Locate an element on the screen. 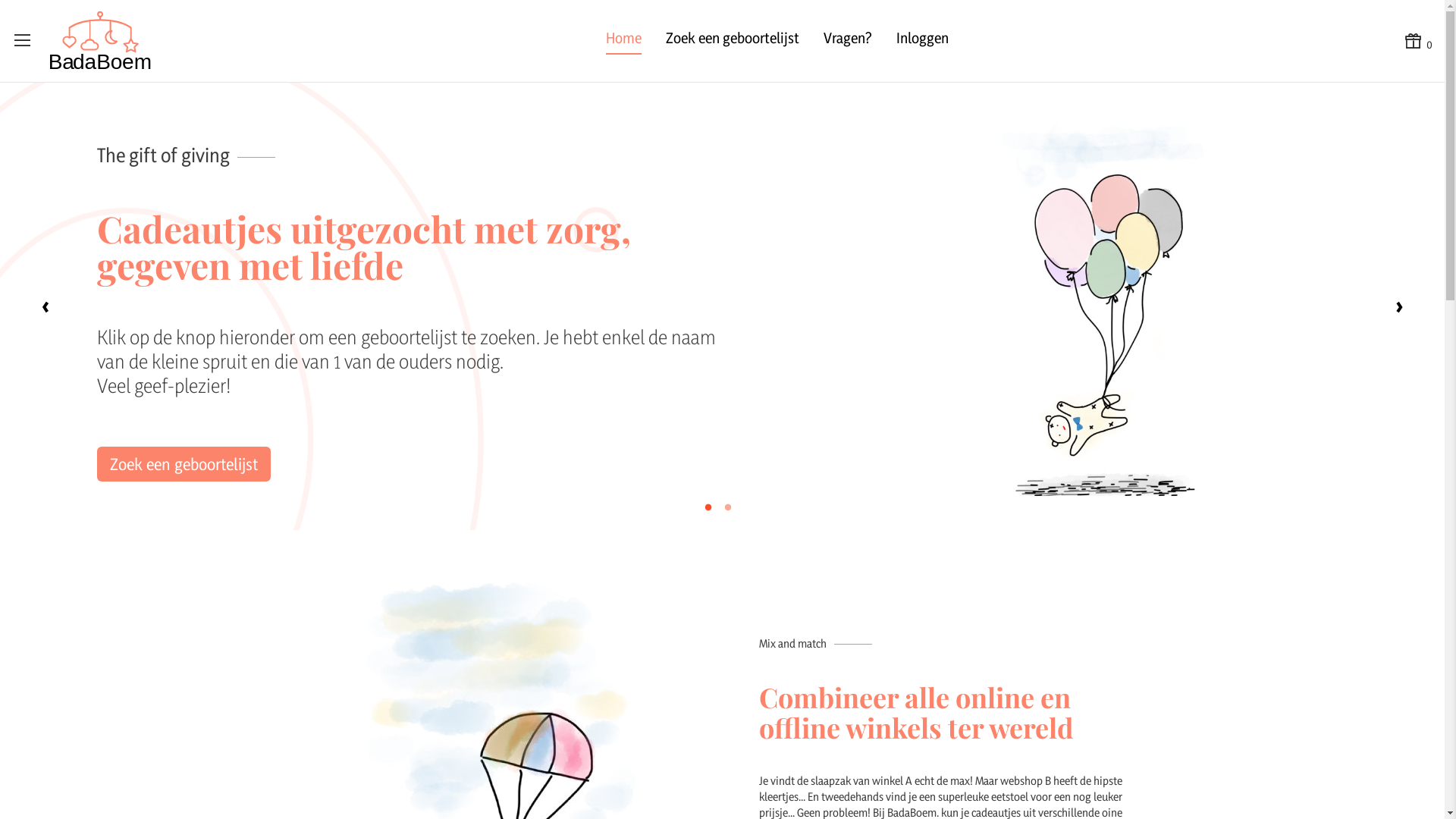  'Vragen?' is located at coordinates (847, 40).